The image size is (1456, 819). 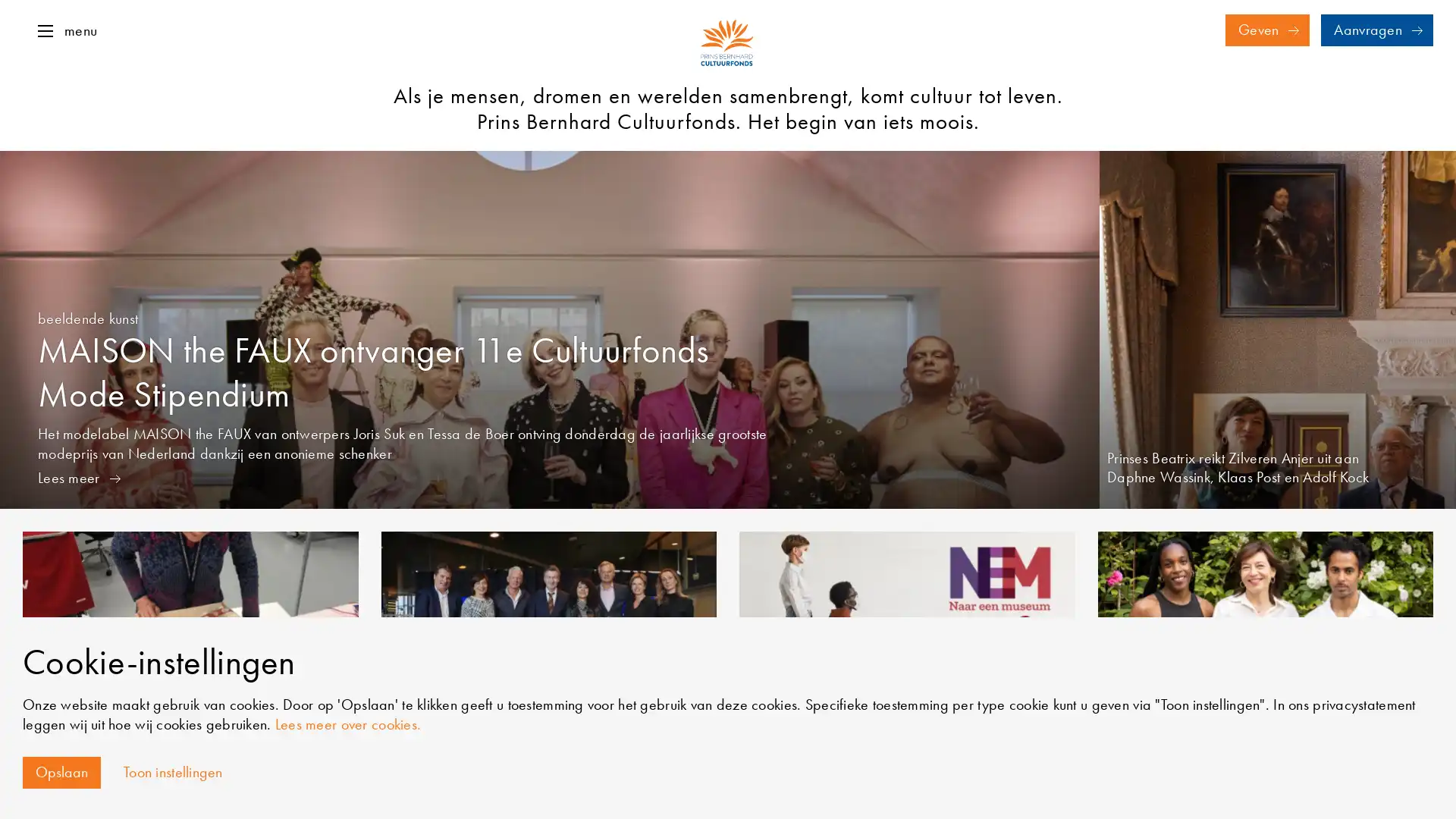 I want to click on Toon instellingen, so click(x=161, y=772).